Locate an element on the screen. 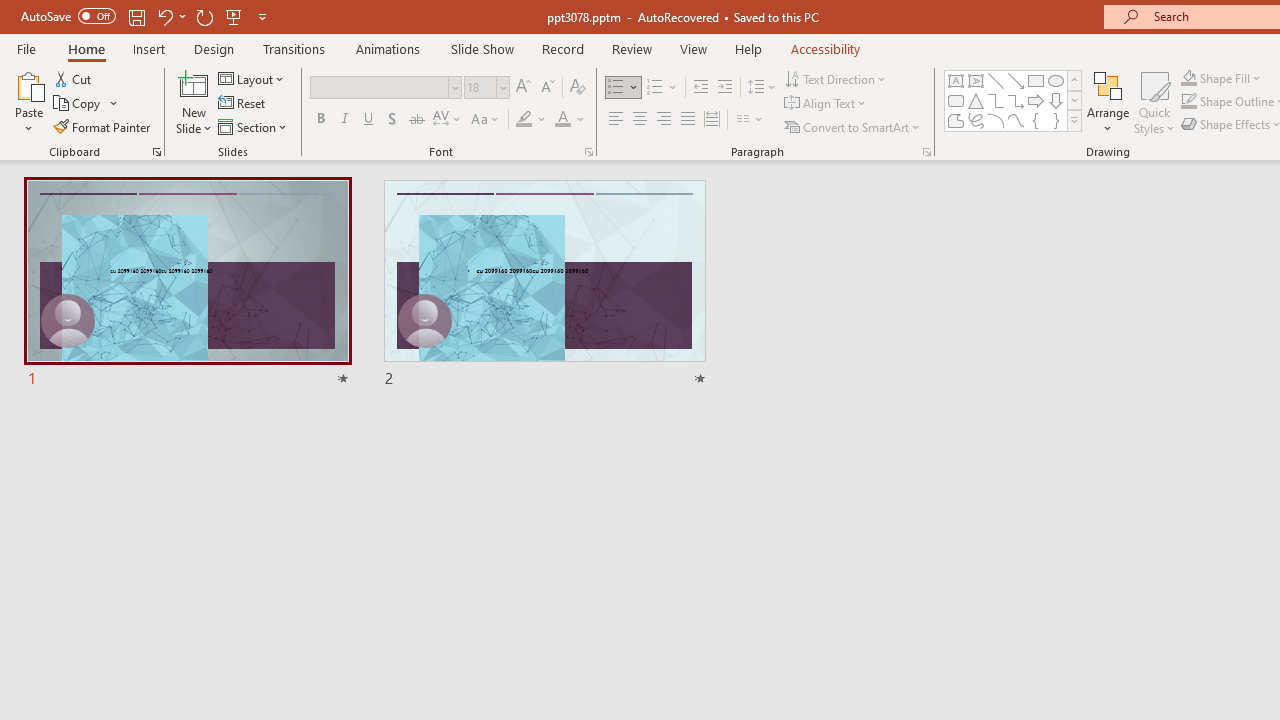  'Font Color Red' is located at coordinates (561, 119).